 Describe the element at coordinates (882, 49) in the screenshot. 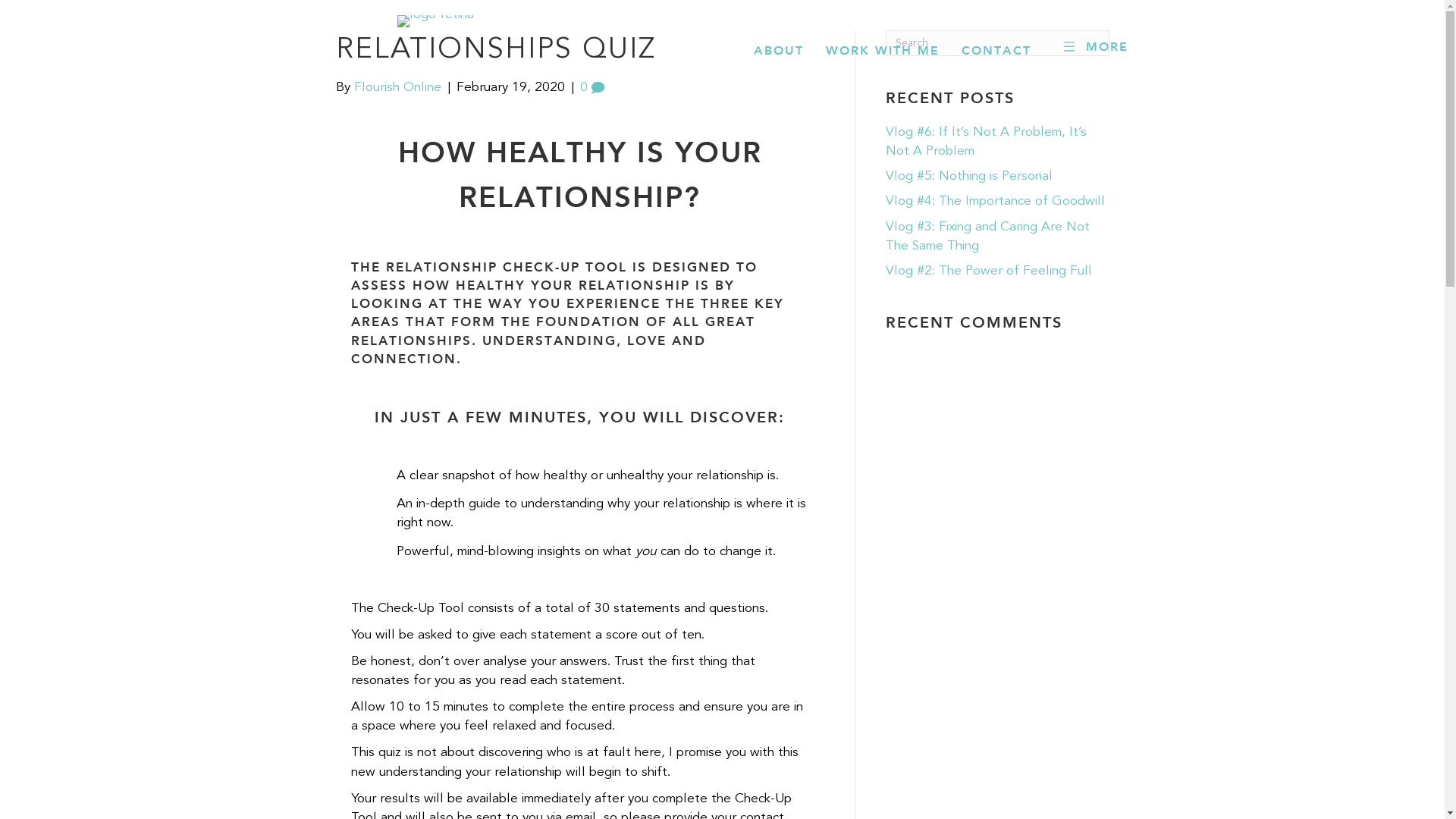

I see `'WORK WITH ME'` at that location.